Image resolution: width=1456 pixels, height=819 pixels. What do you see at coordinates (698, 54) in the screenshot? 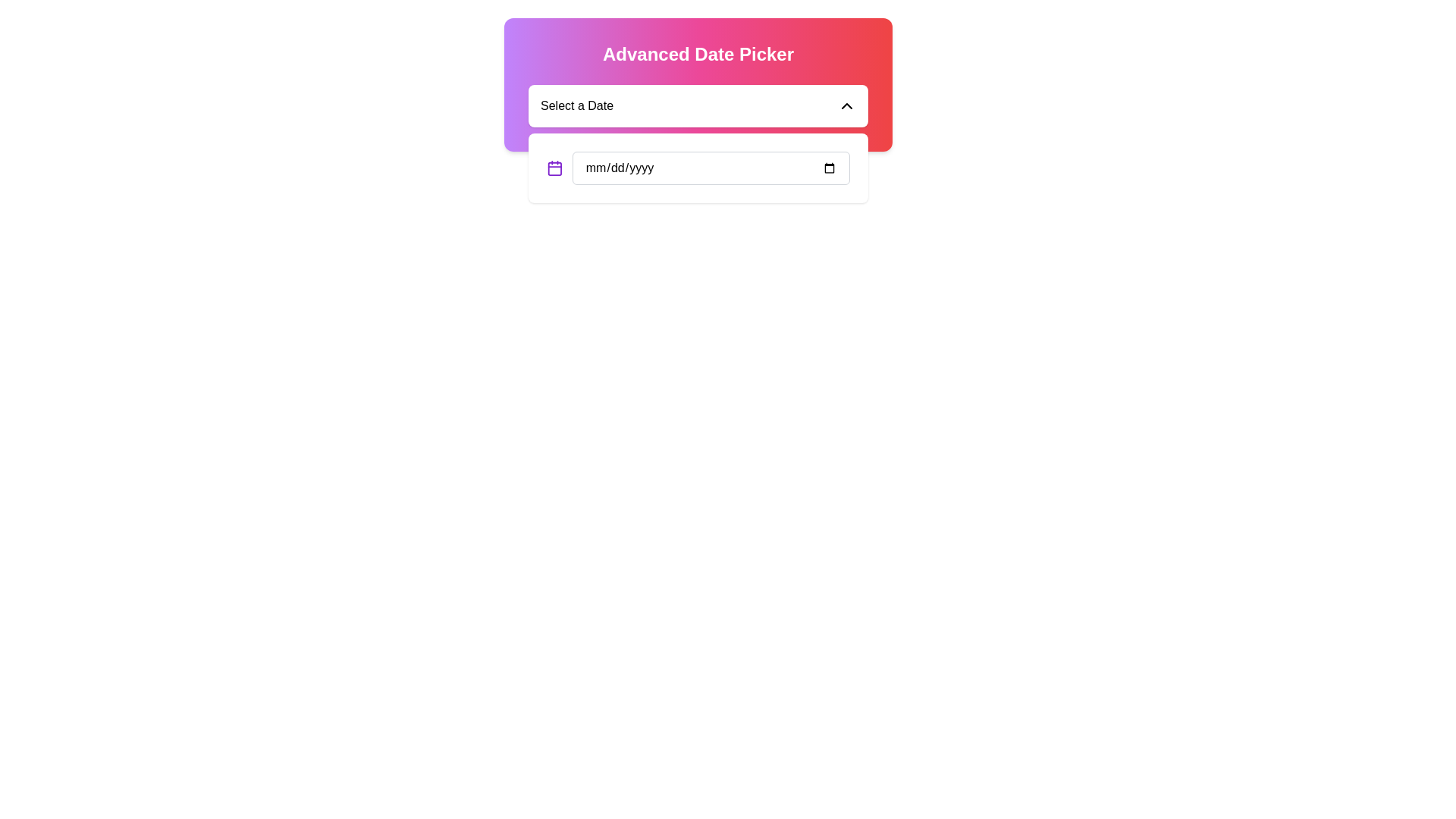
I see `the static text element that serves as the descriptive title for the card, located at the top section of the card with a gradient background and rounded corners` at bounding box center [698, 54].